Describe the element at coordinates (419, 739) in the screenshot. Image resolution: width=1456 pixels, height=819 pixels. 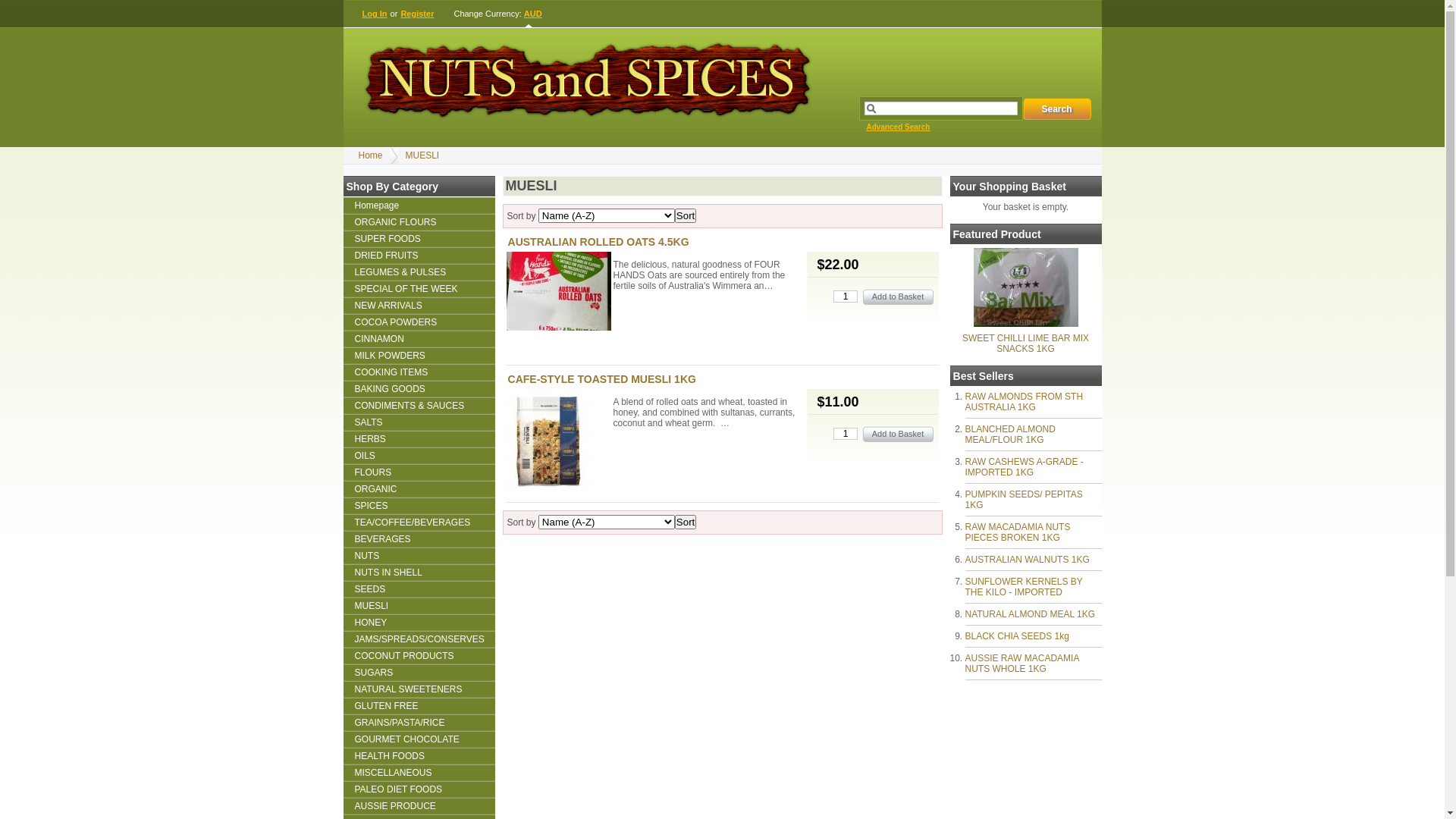
I see `'GOURMET CHOCOLATE'` at that location.